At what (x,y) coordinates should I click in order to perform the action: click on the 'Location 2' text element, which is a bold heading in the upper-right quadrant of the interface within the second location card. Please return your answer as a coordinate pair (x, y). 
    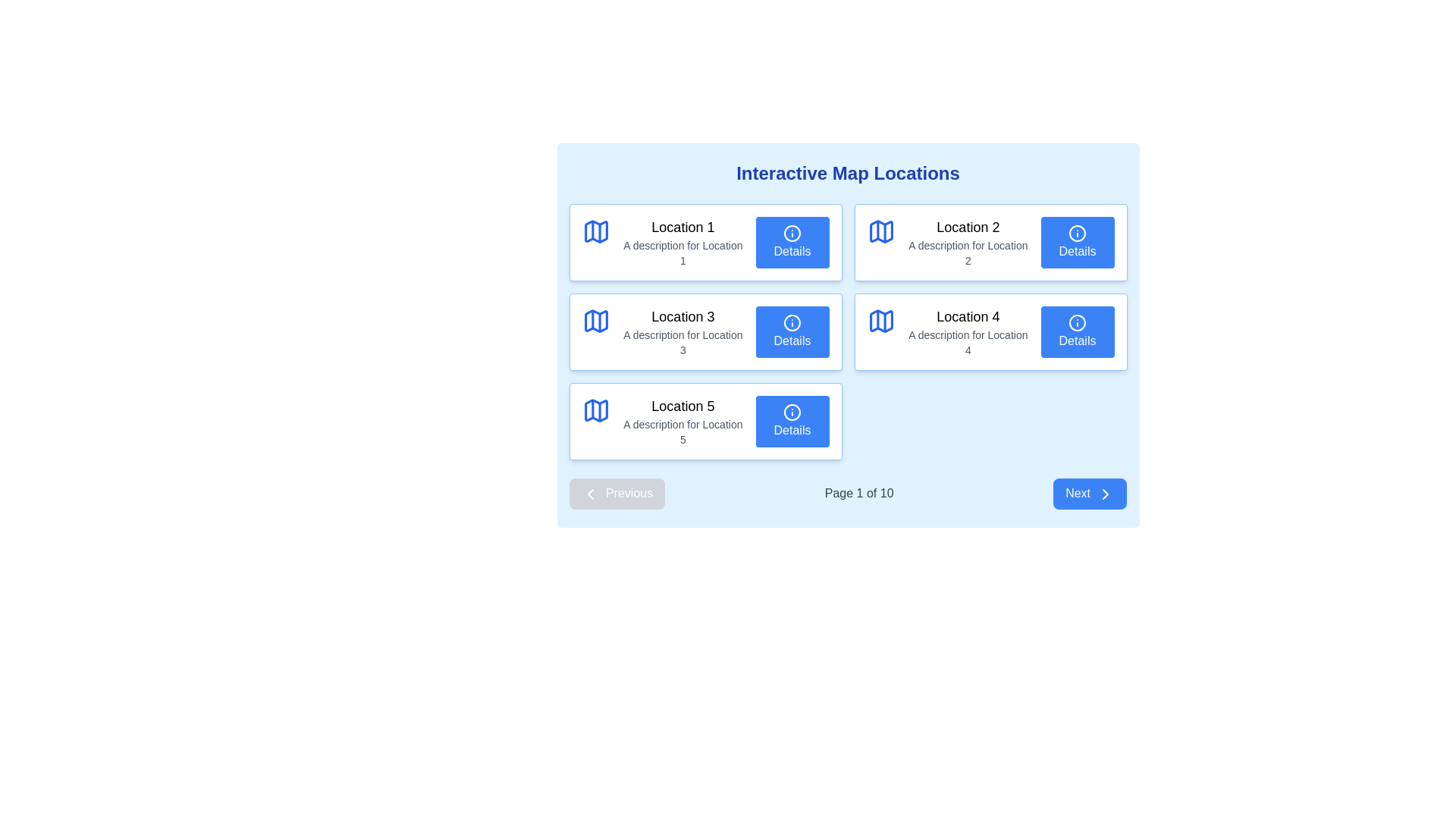
    Looking at the image, I should click on (967, 227).